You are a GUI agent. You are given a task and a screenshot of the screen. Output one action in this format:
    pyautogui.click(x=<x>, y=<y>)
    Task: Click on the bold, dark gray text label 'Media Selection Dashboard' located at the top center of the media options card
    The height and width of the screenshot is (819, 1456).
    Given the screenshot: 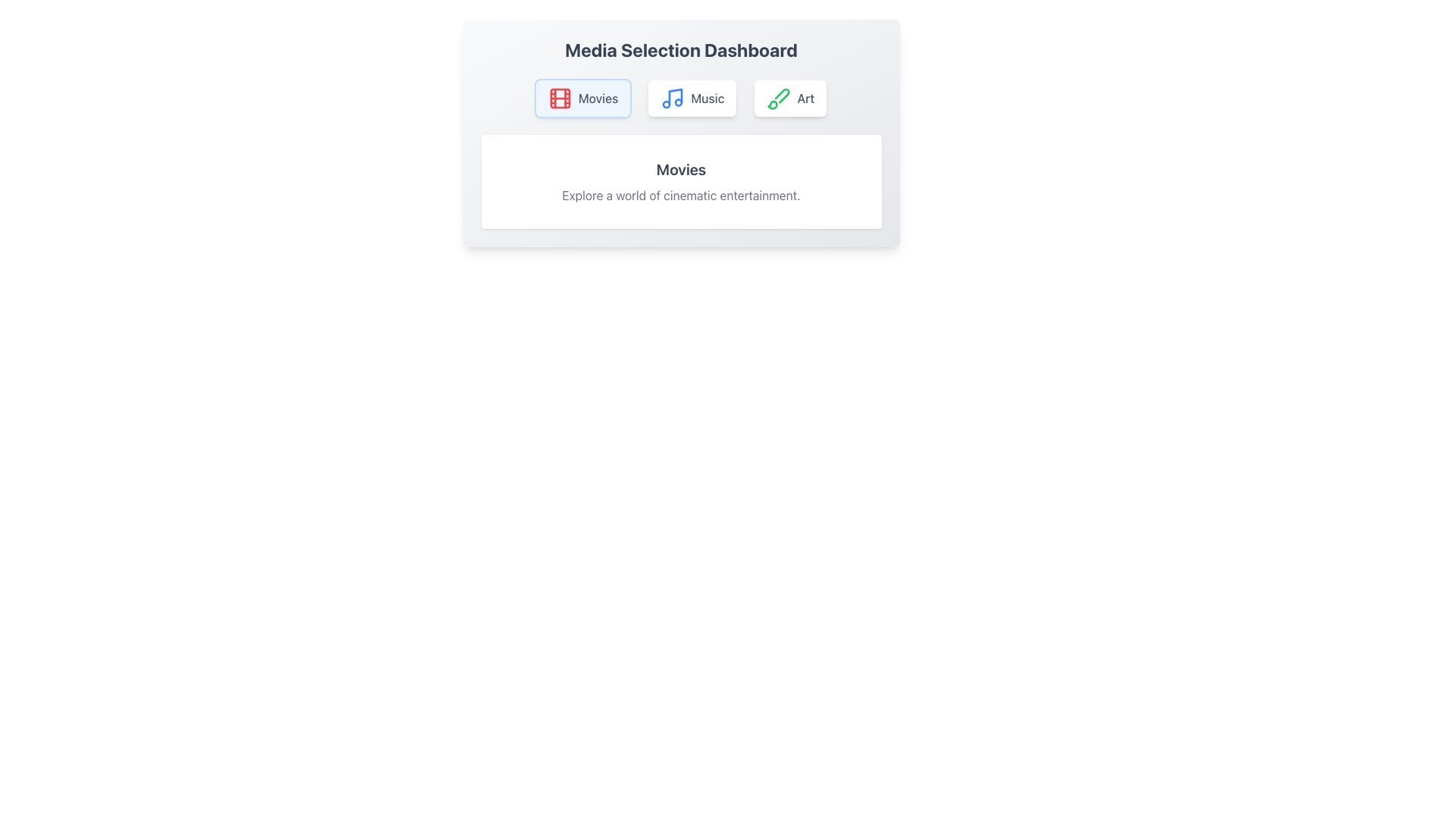 What is the action you would take?
    pyautogui.click(x=680, y=49)
    